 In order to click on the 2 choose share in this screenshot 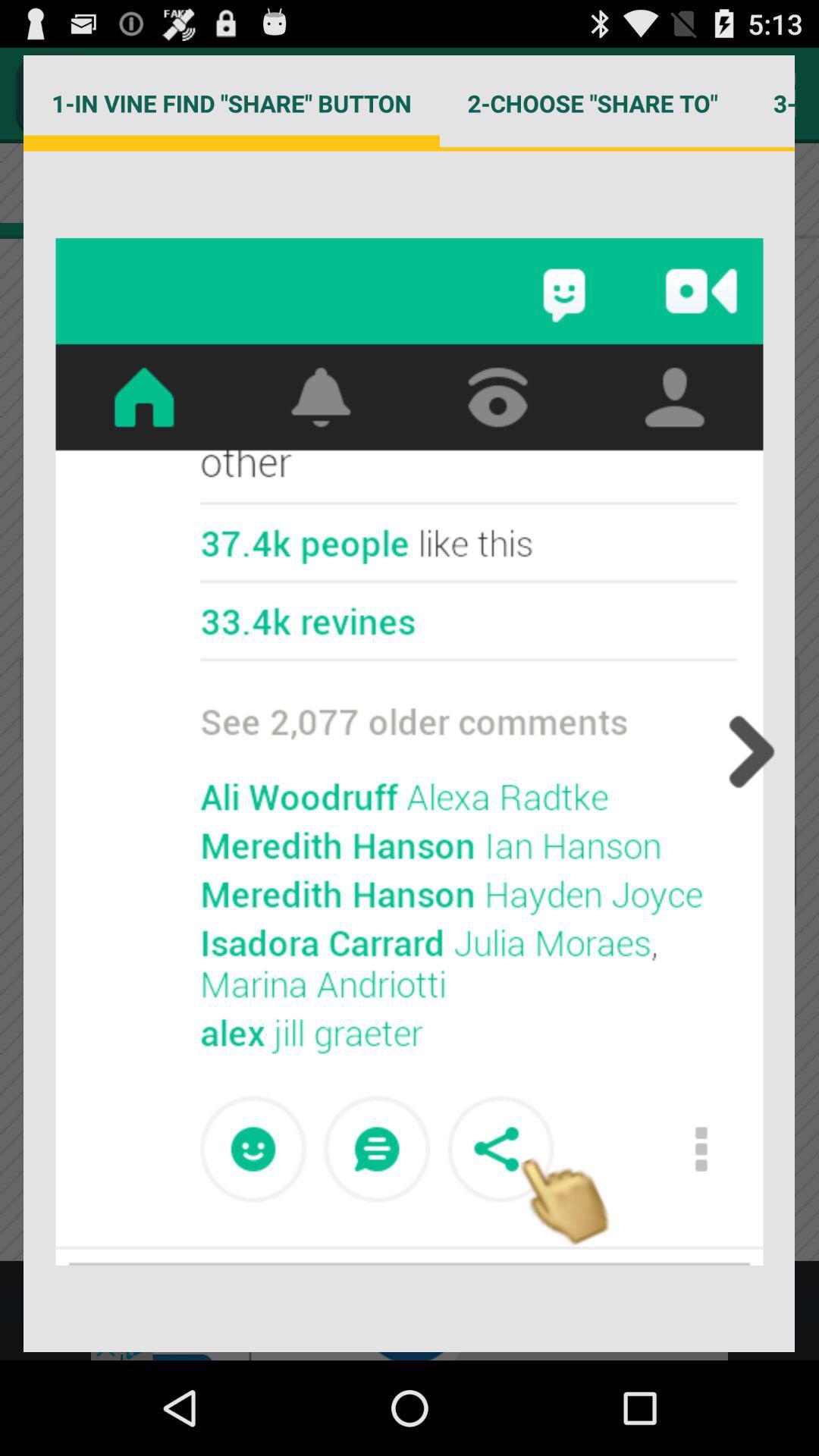, I will do `click(591, 102)`.